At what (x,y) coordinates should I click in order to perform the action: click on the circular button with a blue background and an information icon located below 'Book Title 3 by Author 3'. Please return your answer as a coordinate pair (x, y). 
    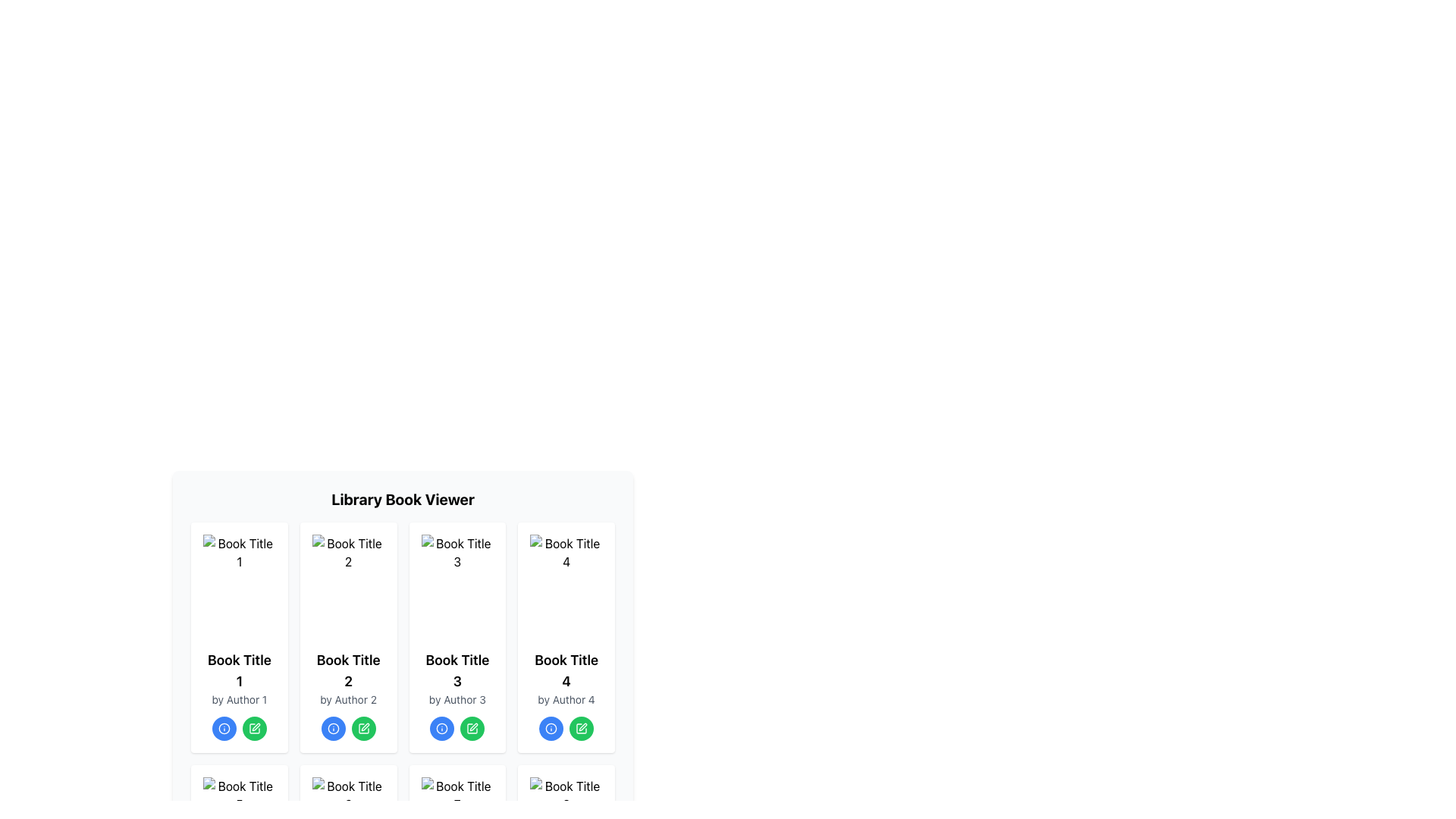
    Looking at the image, I should click on (441, 727).